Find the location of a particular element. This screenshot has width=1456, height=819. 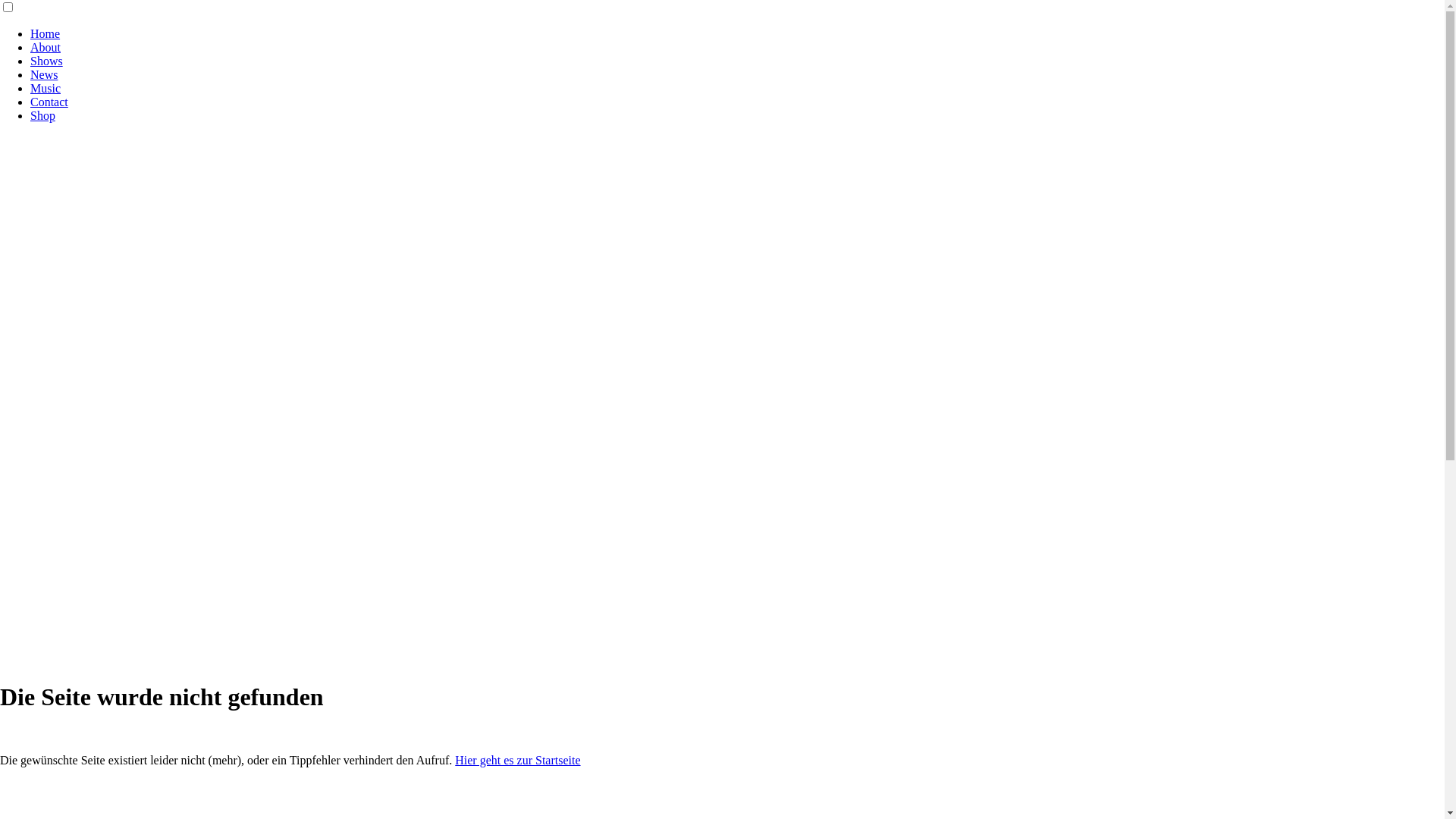

'Hier geht es zur Startseite' is located at coordinates (517, 760).